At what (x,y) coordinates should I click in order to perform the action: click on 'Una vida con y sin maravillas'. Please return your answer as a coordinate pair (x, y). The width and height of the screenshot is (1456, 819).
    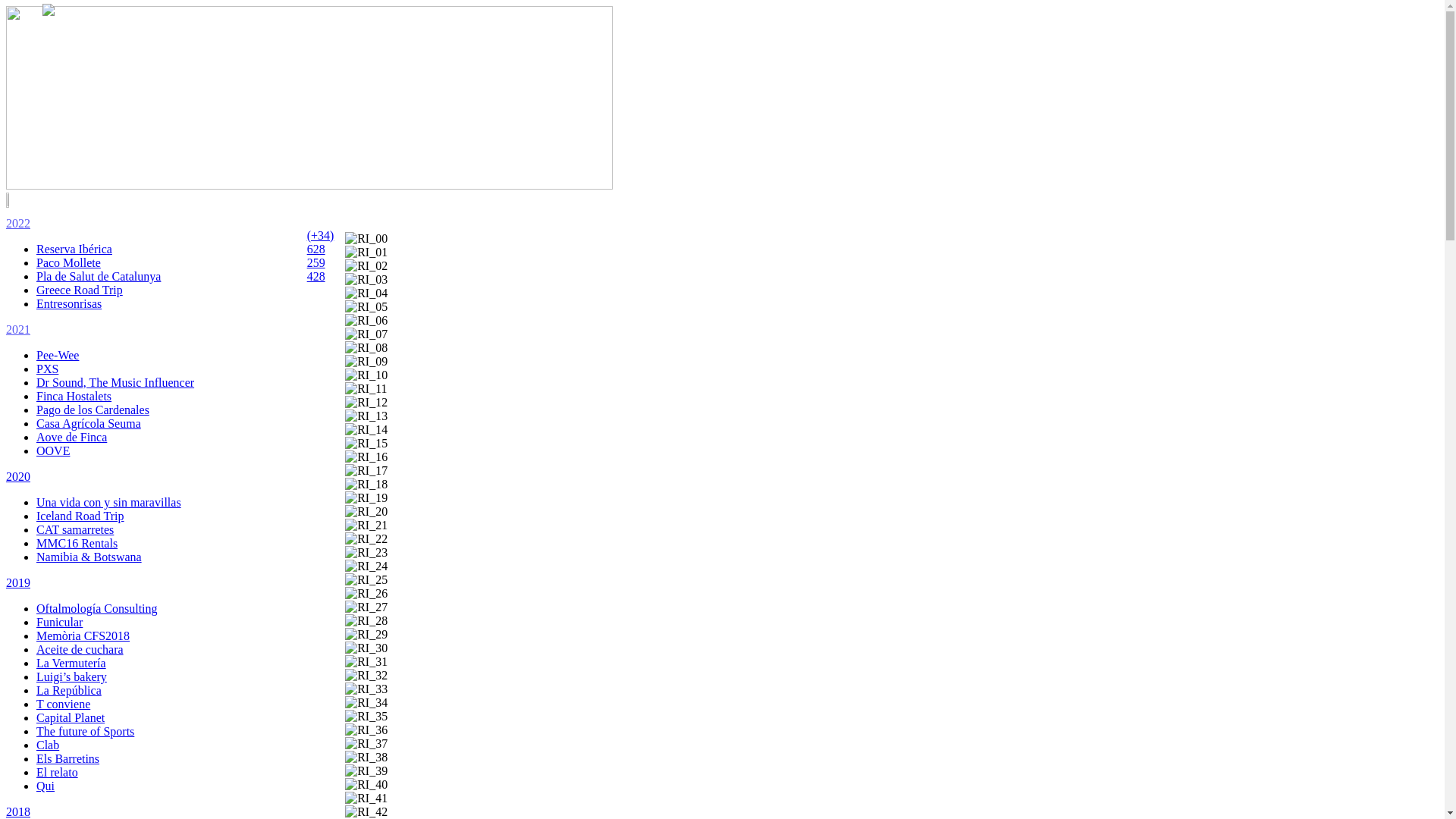
    Looking at the image, I should click on (108, 502).